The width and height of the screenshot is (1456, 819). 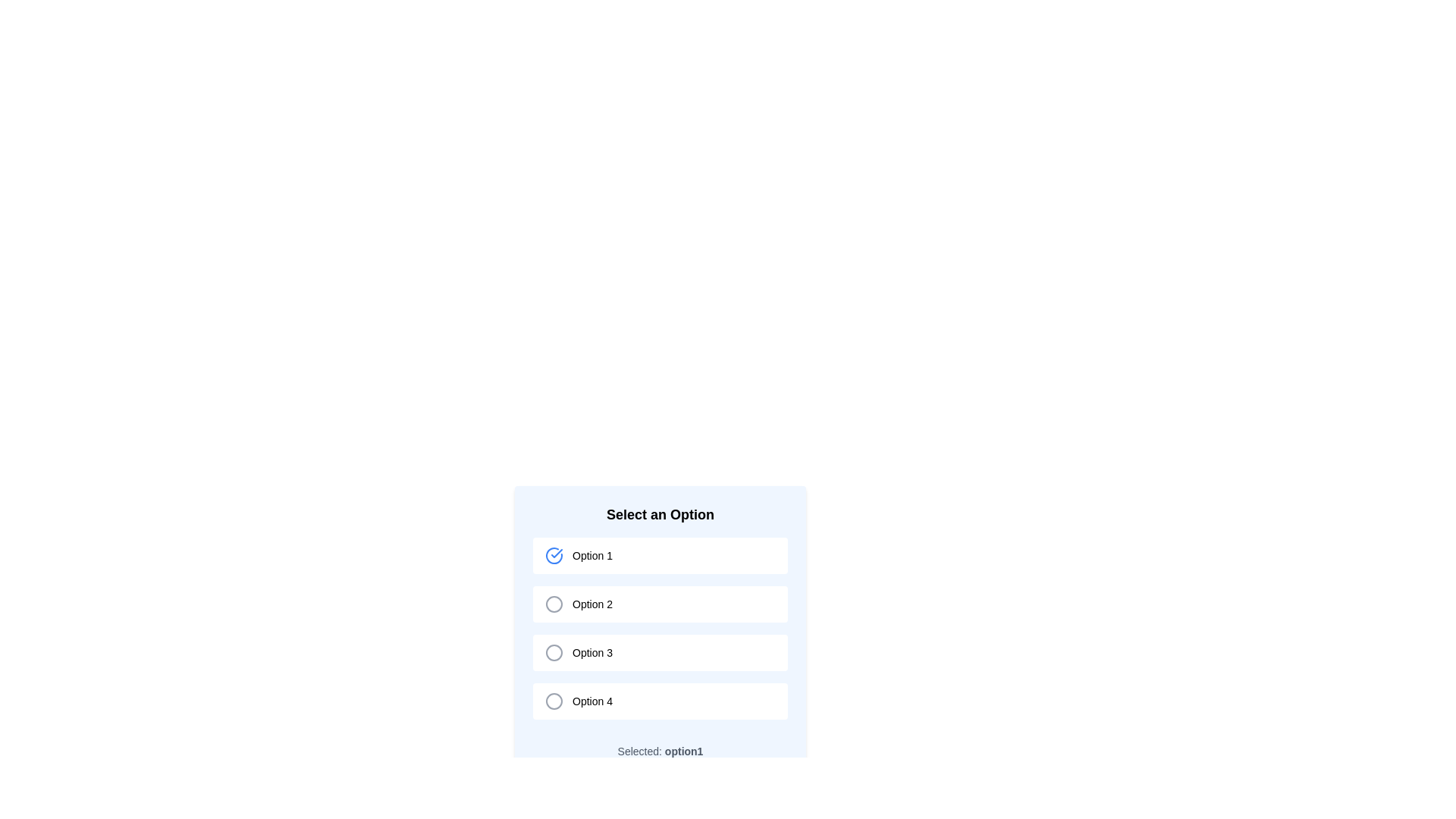 What do you see at coordinates (553, 604) in the screenshot?
I see `the unselected radio button located to the left of the text 'Option 2'` at bounding box center [553, 604].